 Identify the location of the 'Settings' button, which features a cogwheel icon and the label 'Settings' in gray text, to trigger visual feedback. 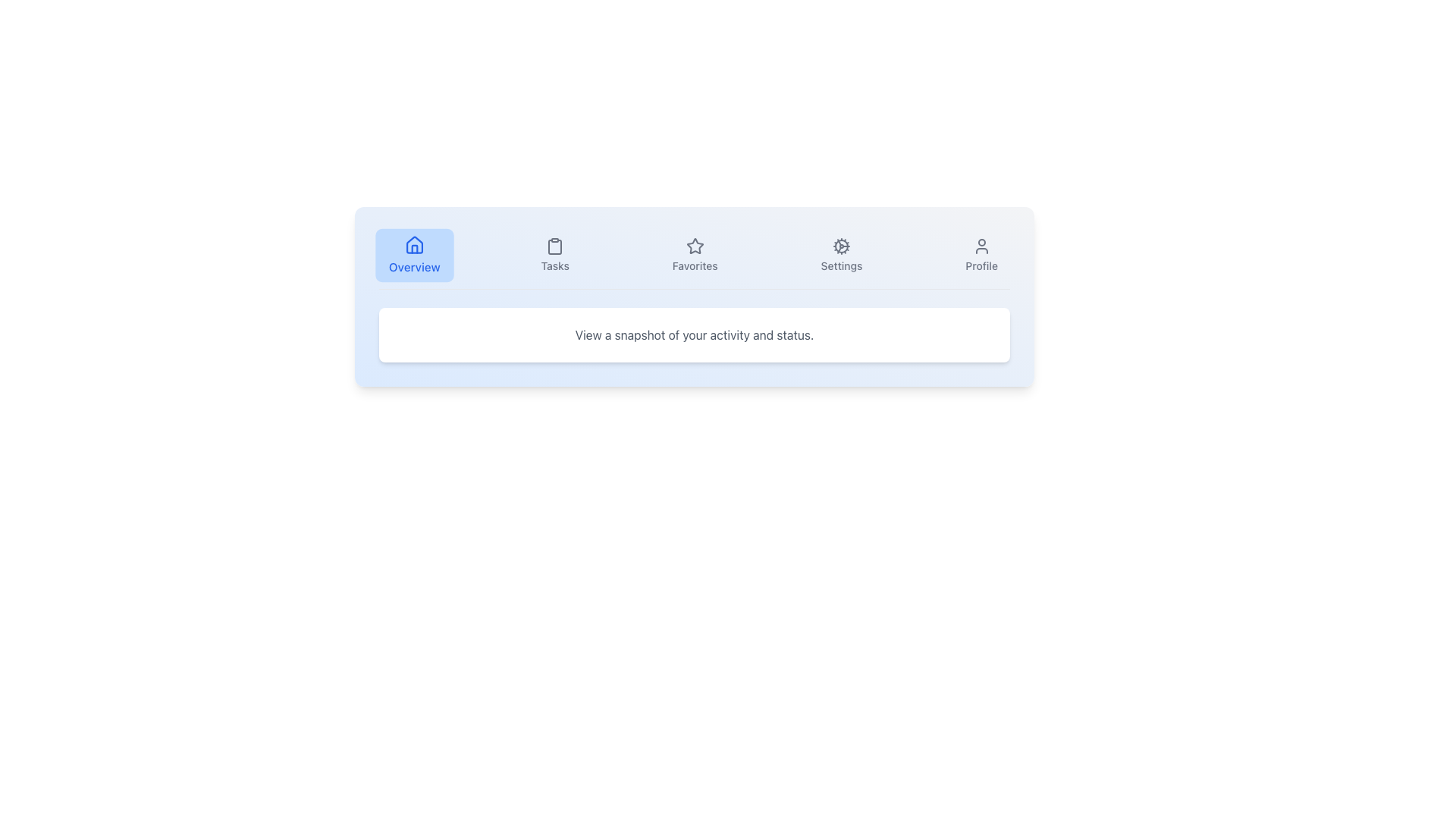
(841, 254).